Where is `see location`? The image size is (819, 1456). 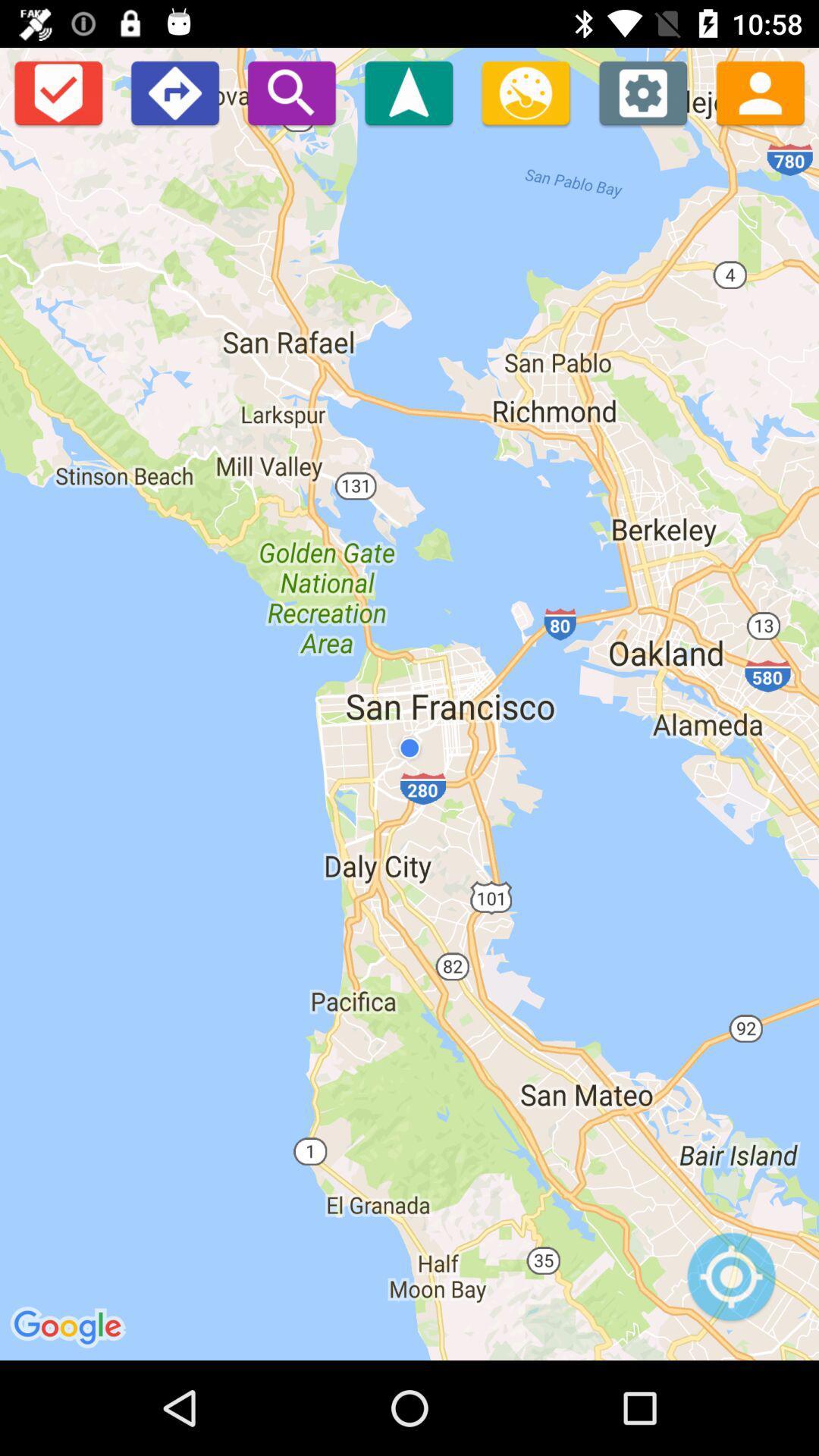
see location is located at coordinates (730, 1284).